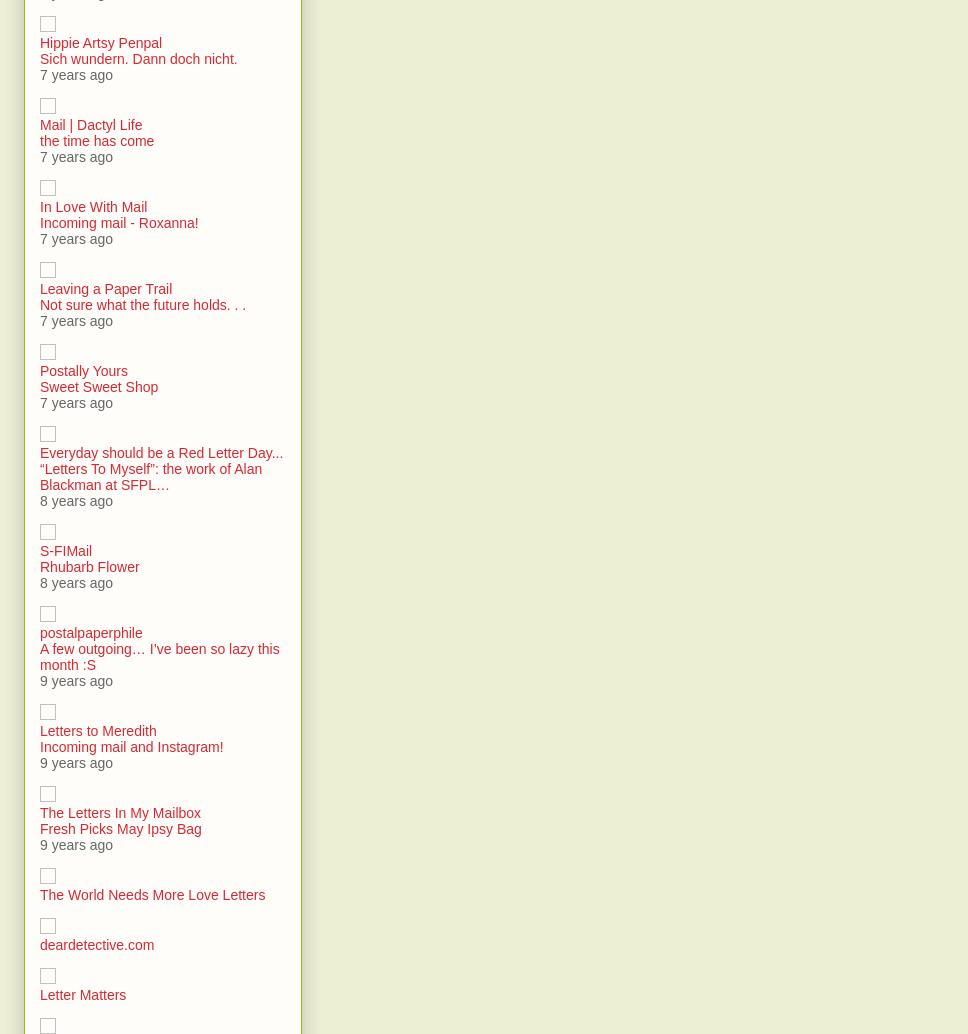  I want to click on 'A few outgoing… I’ve been so lazy this month :S', so click(158, 657).